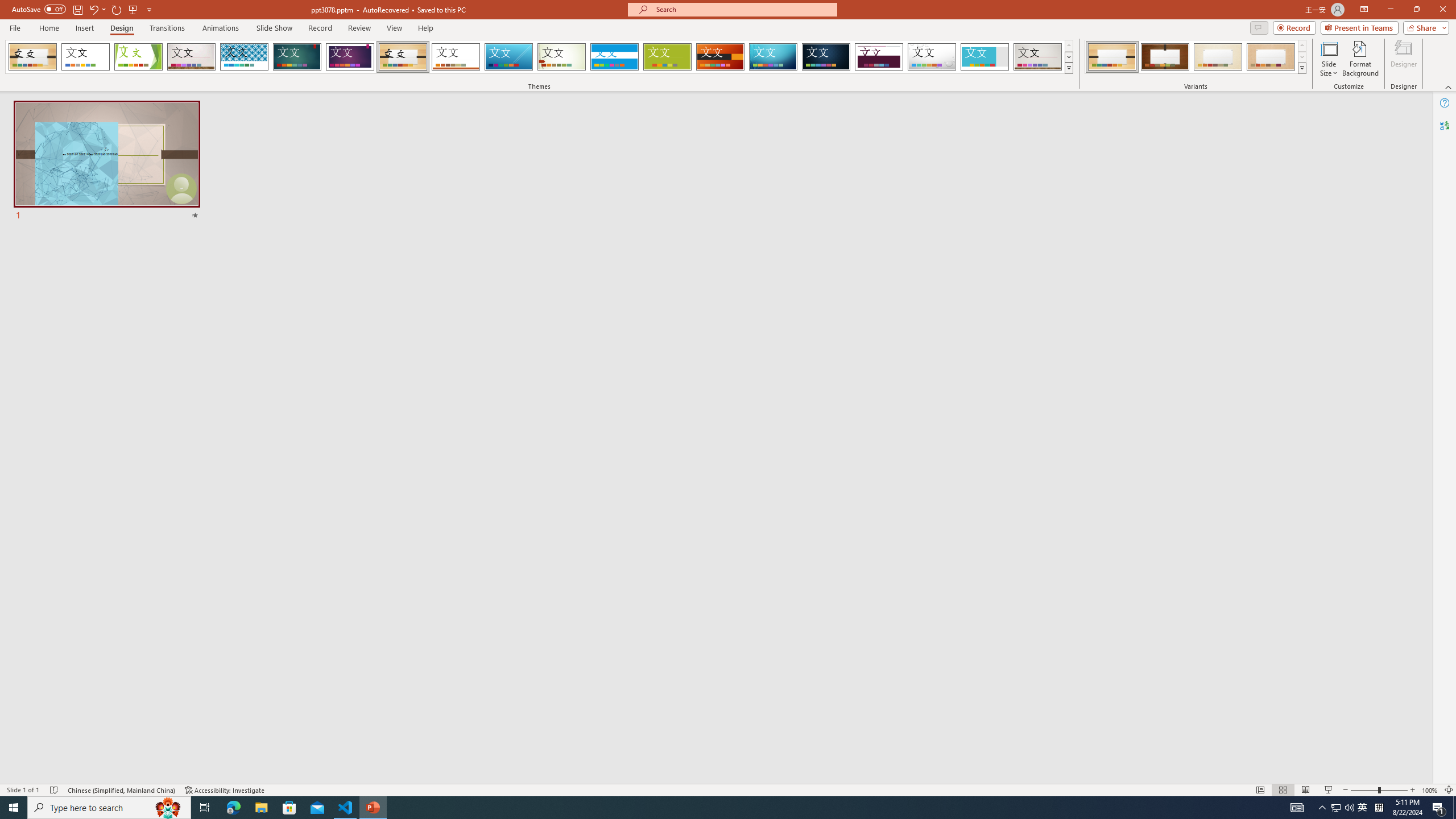 This screenshot has height=819, width=1456. I want to click on 'Slice', so click(508, 56).